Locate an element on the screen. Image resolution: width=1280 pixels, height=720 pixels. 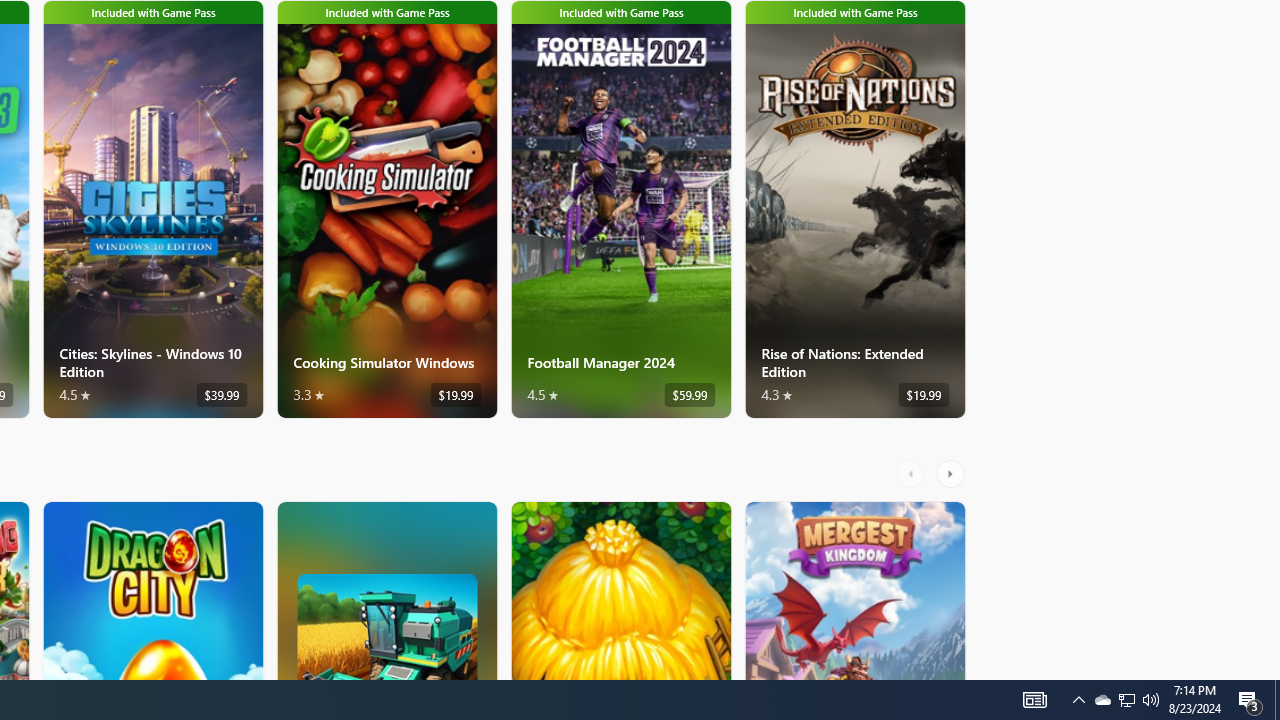
'AutomationID: RightScrollButton' is located at coordinates (951, 473).